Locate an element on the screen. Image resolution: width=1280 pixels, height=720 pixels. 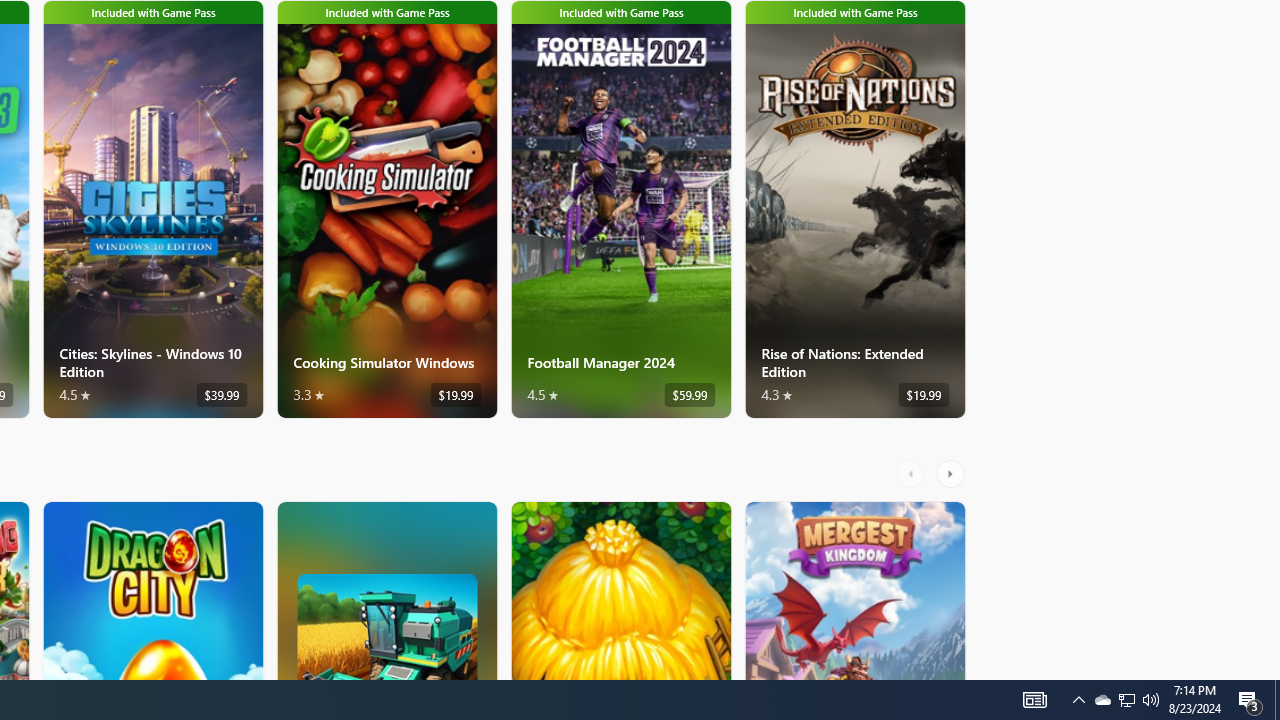
'AutomationID: RightScrollButton' is located at coordinates (951, 473).